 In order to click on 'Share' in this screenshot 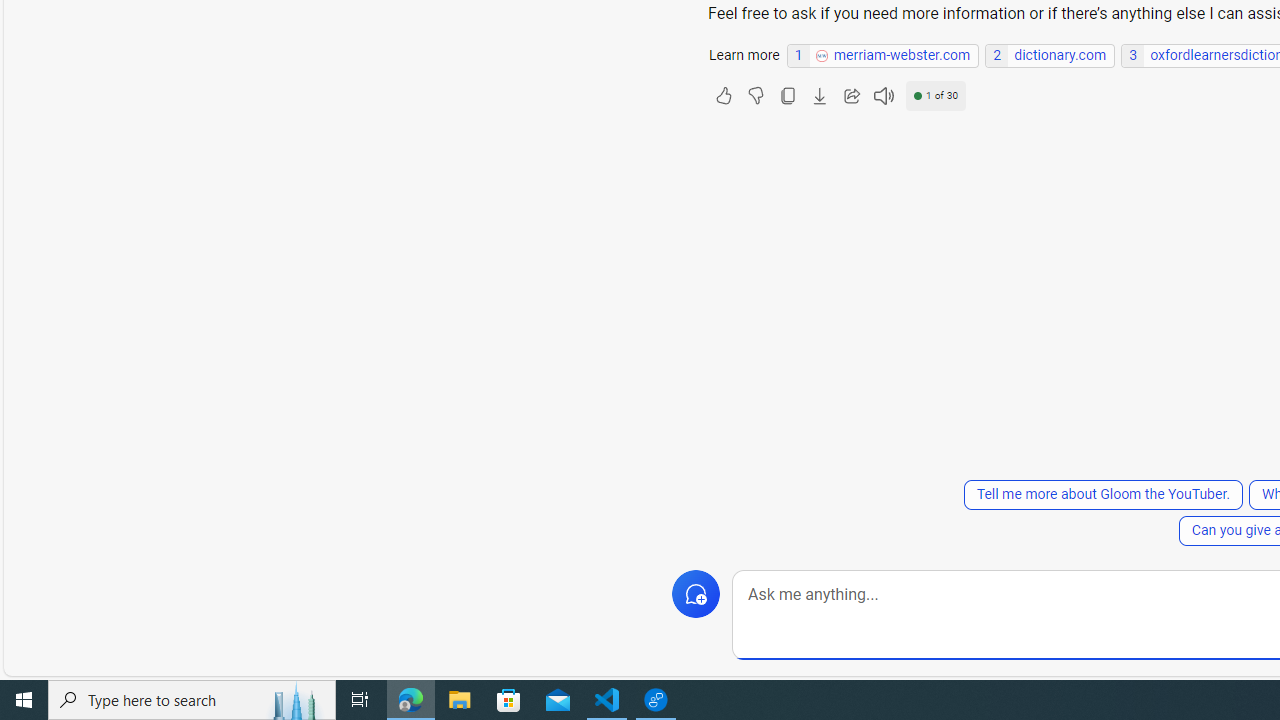, I will do `click(851, 96)`.